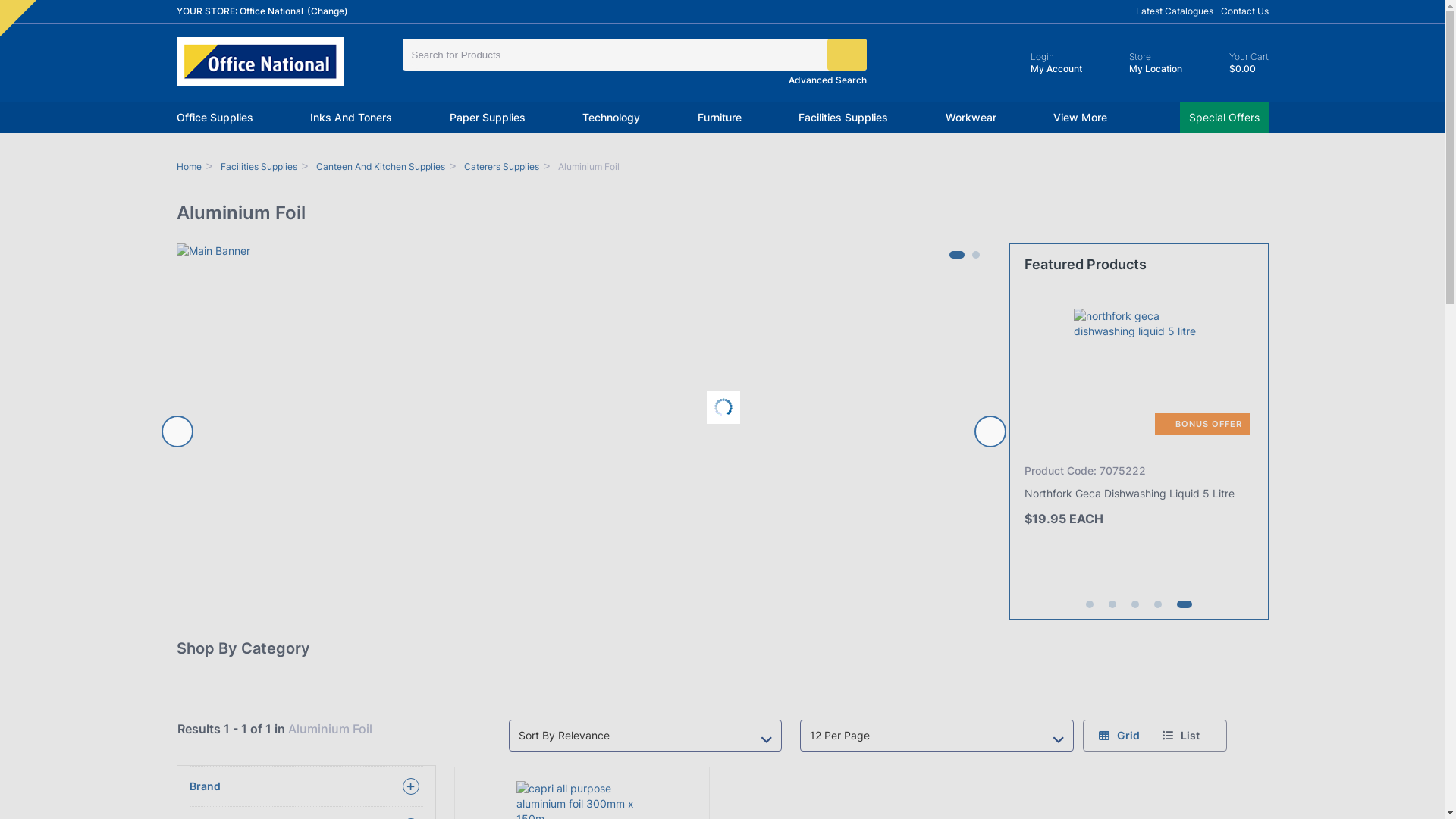  I want to click on 'Your Cart, so click(1235, 62).